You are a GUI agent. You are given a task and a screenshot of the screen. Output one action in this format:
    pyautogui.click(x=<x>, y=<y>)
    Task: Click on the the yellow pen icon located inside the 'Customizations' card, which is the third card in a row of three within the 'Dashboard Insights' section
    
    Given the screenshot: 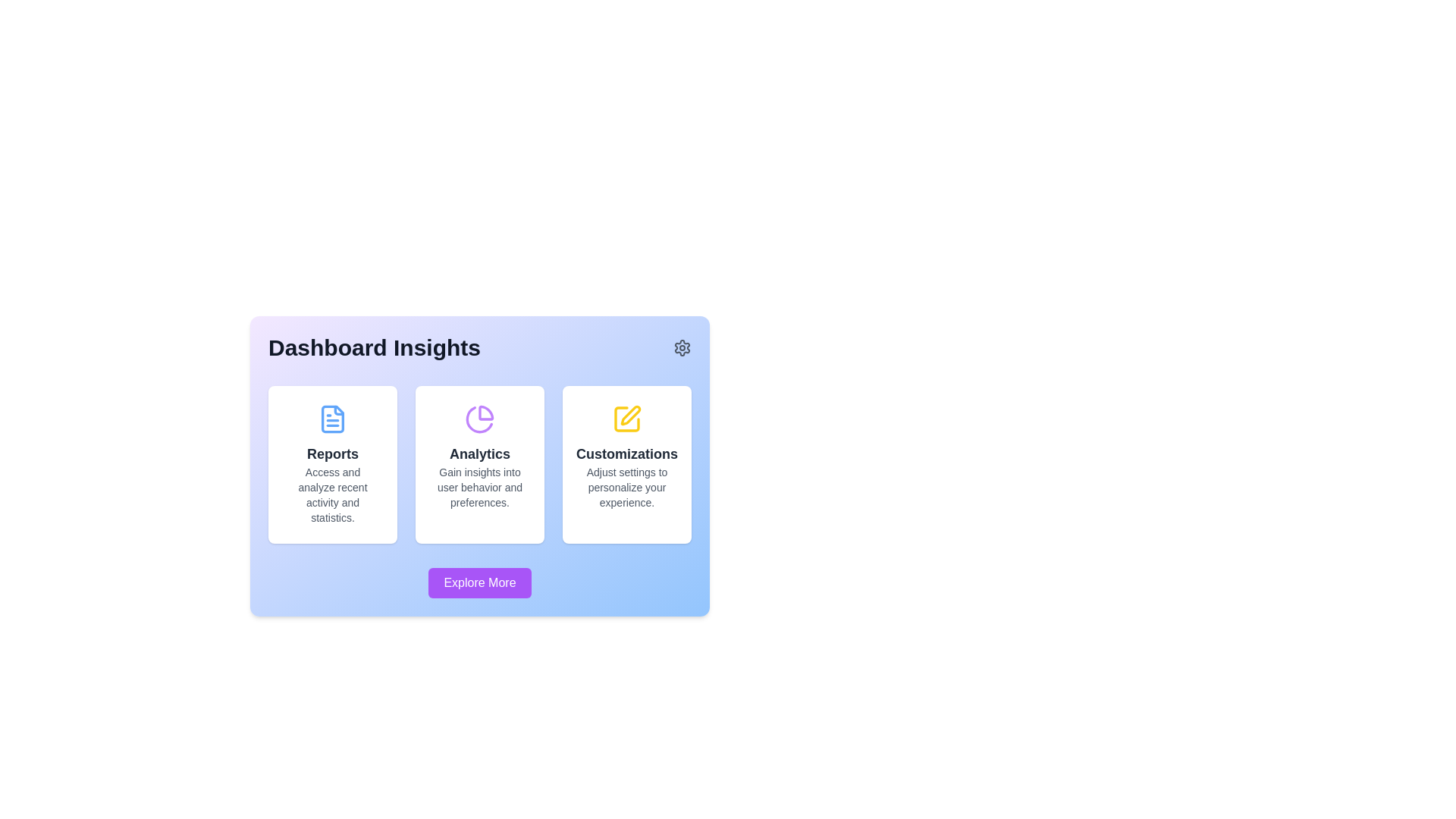 What is the action you would take?
    pyautogui.click(x=630, y=415)
    